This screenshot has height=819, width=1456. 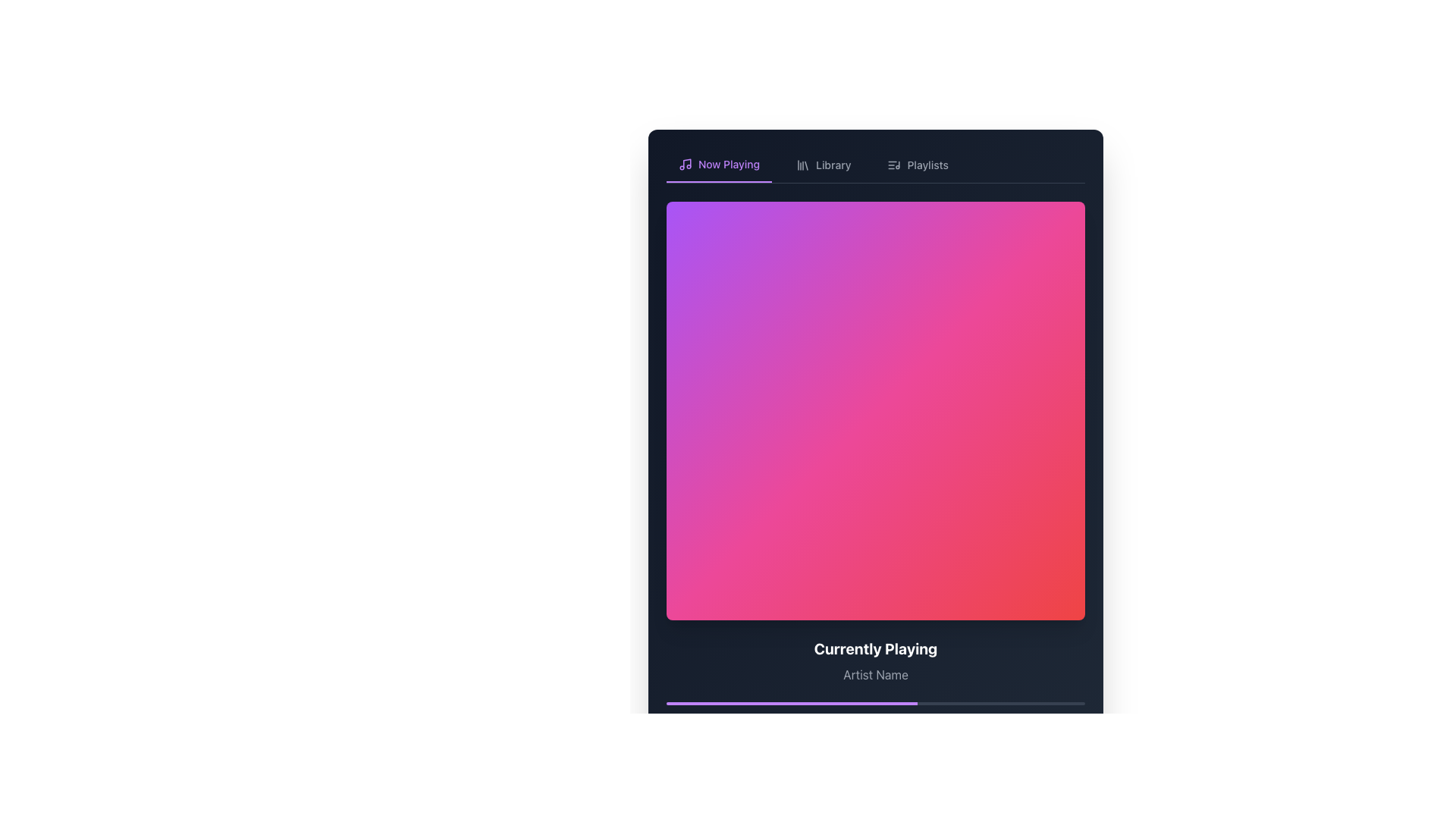 What do you see at coordinates (916, 165) in the screenshot?
I see `the 'Playlists' text-label menu item with an icon, which is the third item` at bounding box center [916, 165].